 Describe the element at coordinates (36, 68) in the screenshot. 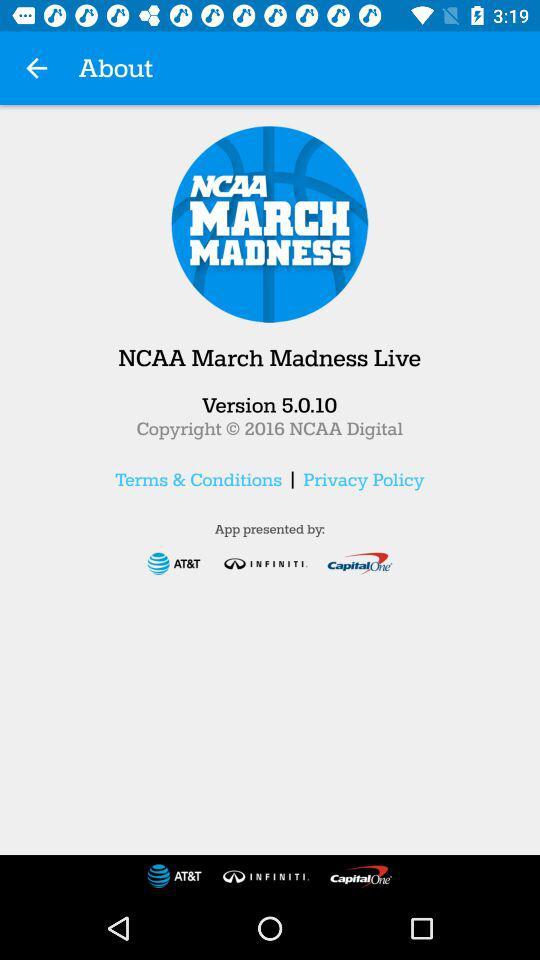

I see `icon next to the about app` at that location.